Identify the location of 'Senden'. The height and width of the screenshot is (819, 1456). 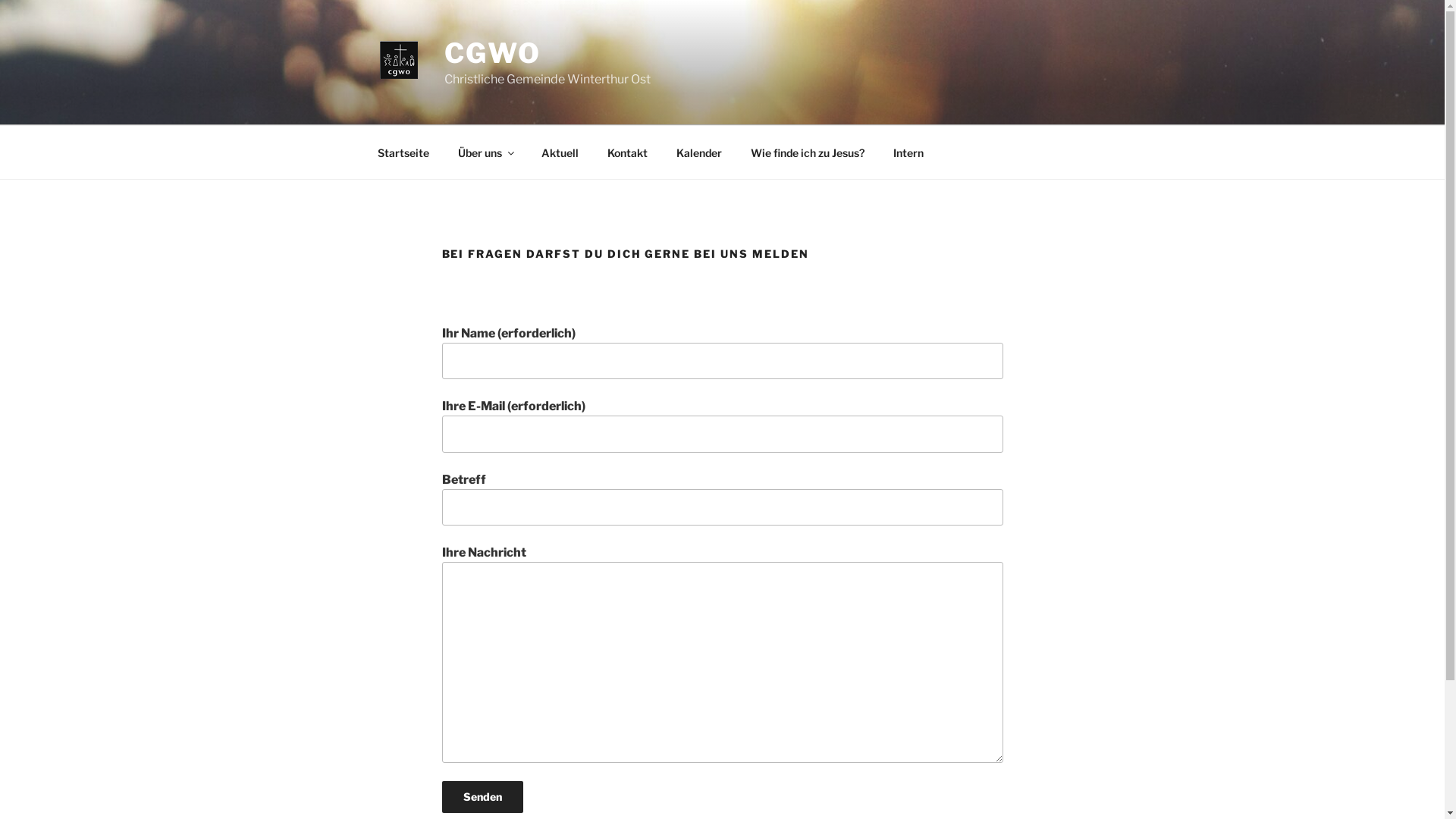
(440, 795).